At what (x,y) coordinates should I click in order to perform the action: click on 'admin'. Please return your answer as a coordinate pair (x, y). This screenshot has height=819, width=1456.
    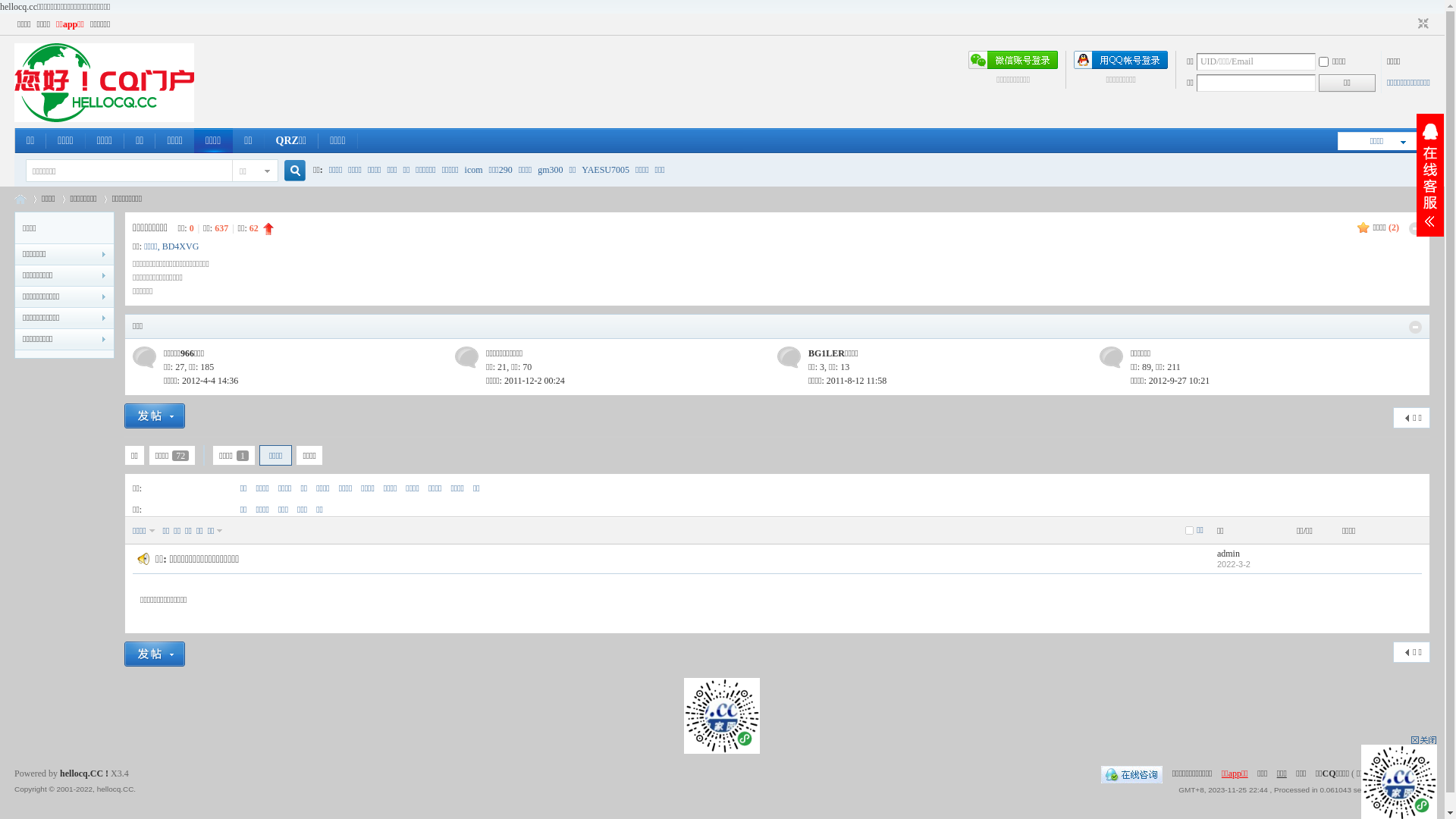
    Looking at the image, I should click on (1228, 553).